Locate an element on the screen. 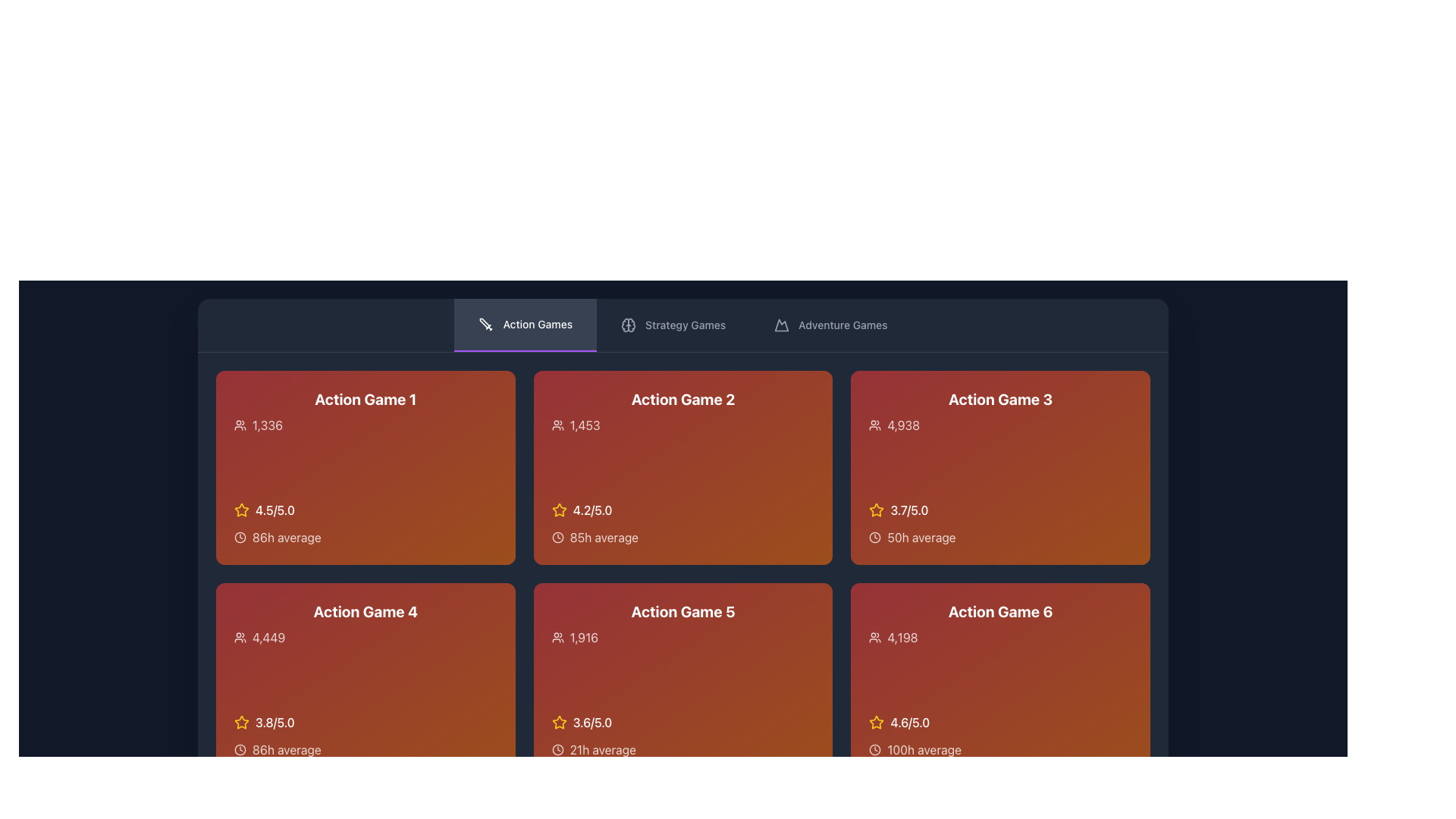  the user group icon, which is represented by three human shapes, located to the left of the '1,916' text within the 'Action Game 5' card is located at coordinates (557, 637).